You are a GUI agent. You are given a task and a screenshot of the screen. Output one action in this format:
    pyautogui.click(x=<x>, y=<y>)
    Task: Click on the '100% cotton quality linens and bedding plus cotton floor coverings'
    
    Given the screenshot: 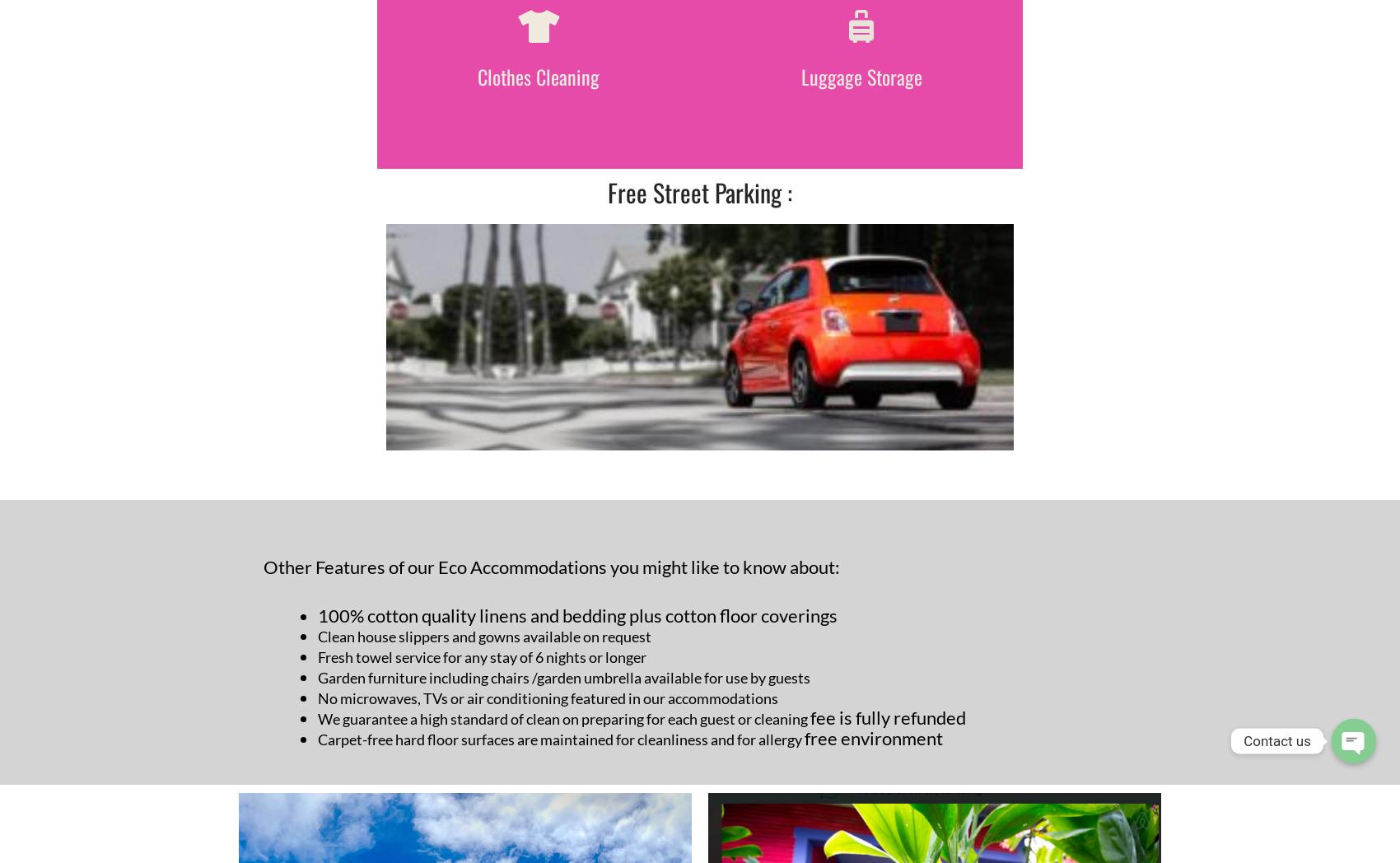 What is the action you would take?
    pyautogui.click(x=577, y=615)
    